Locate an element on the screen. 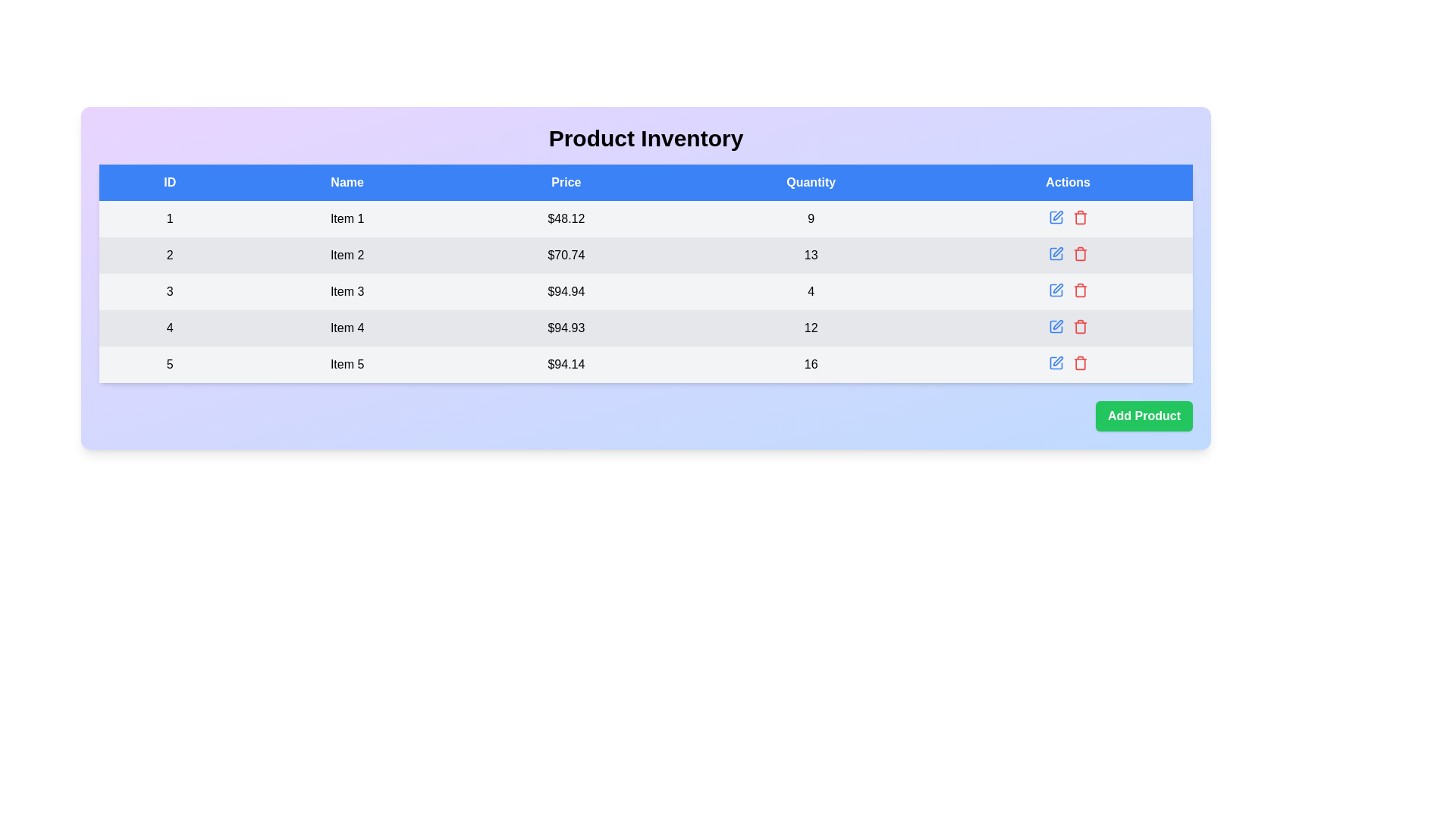 Image resolution: width=1456 pixels, height=819 pixels. the red delete icon in the Control Group for 'Item 5' in the Actions column of the table is located at coordinates (1067, 362).